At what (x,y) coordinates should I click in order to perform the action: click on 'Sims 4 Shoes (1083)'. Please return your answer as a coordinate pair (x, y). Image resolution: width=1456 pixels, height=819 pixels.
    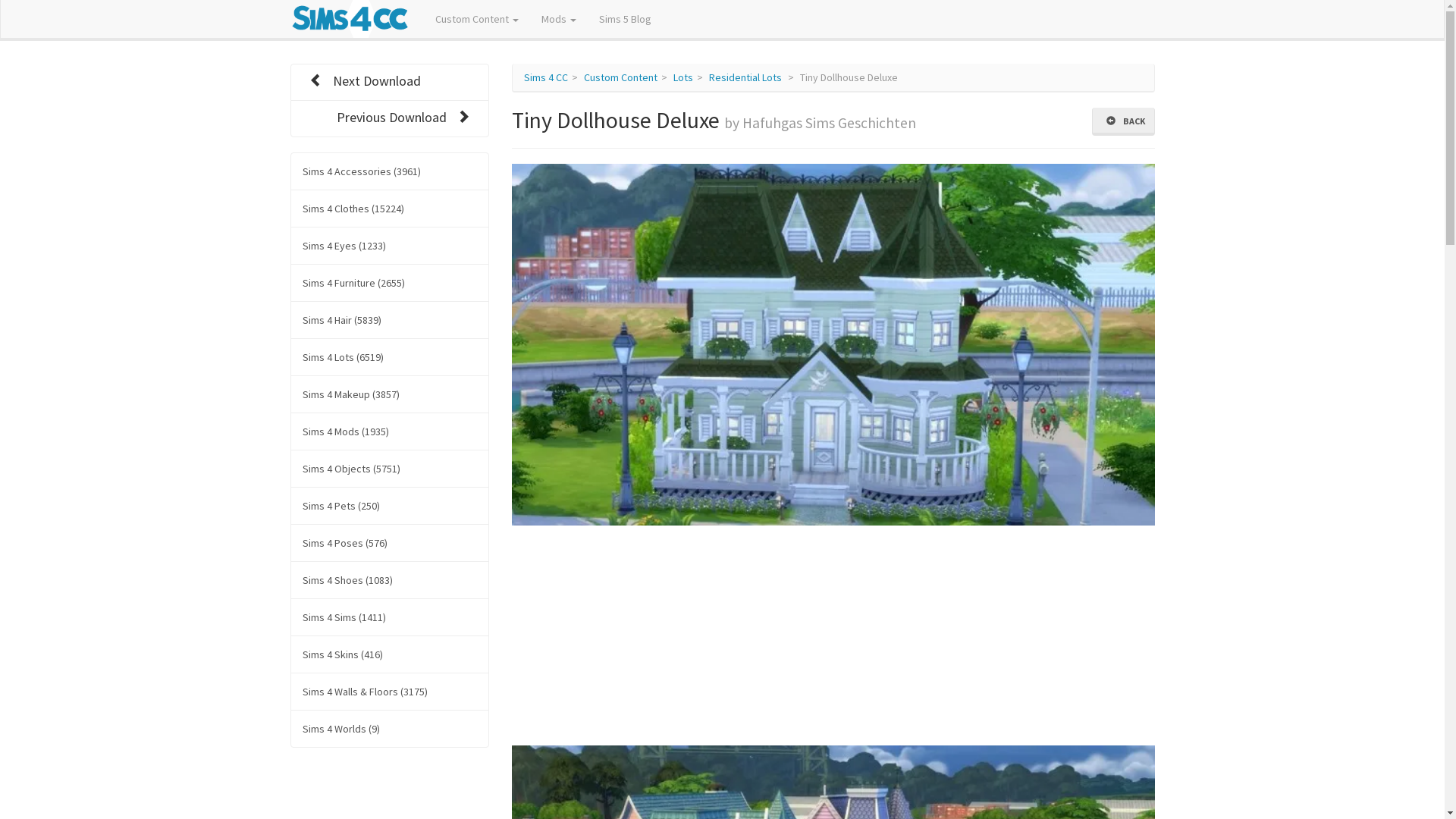
    Looking at the image, I should click on (389, 579).